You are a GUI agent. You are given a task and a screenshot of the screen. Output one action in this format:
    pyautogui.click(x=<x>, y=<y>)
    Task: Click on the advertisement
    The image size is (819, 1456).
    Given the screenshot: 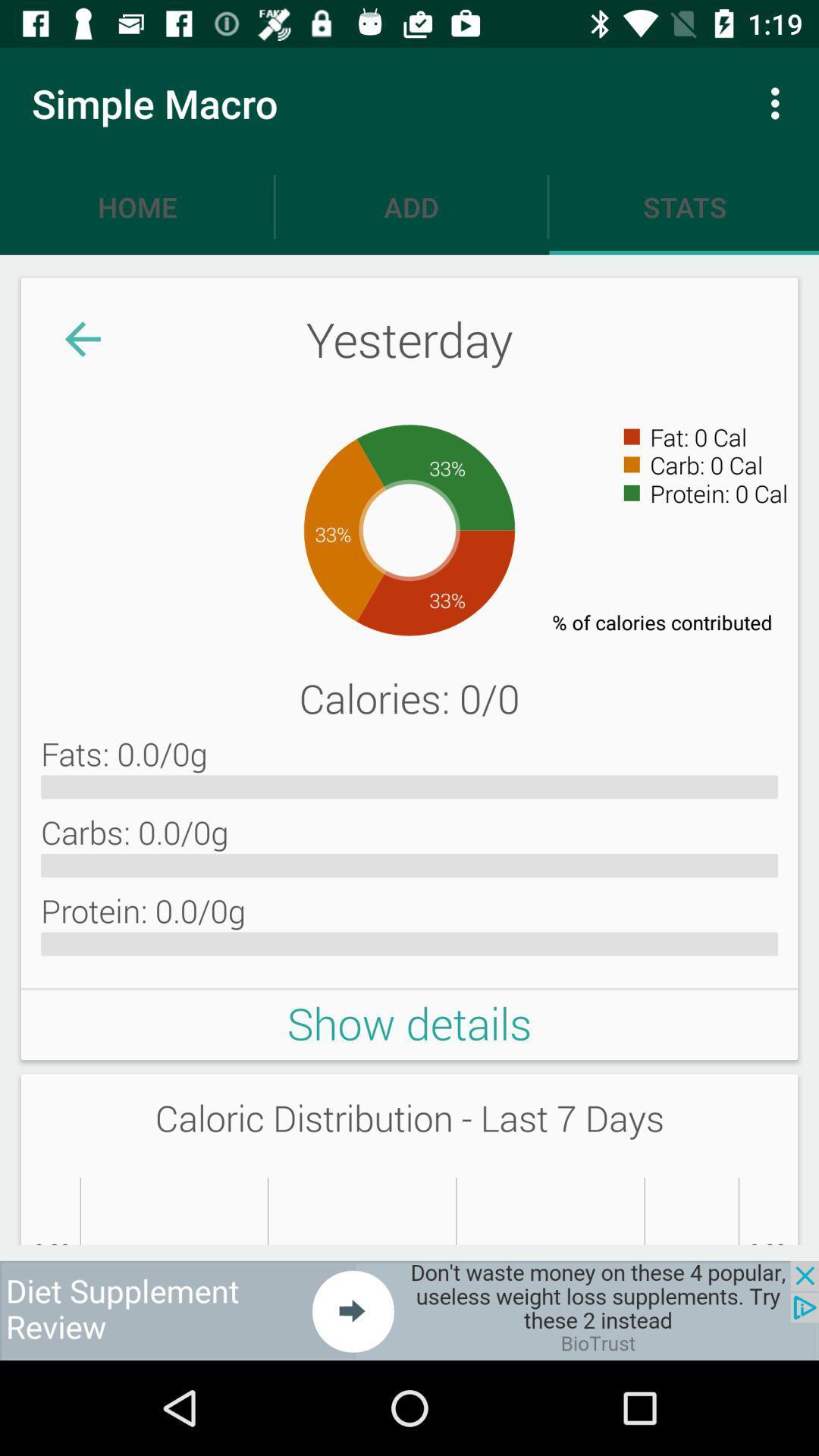 What is the action you would take?
    pyautogui.click(x=409, y=1310)
    